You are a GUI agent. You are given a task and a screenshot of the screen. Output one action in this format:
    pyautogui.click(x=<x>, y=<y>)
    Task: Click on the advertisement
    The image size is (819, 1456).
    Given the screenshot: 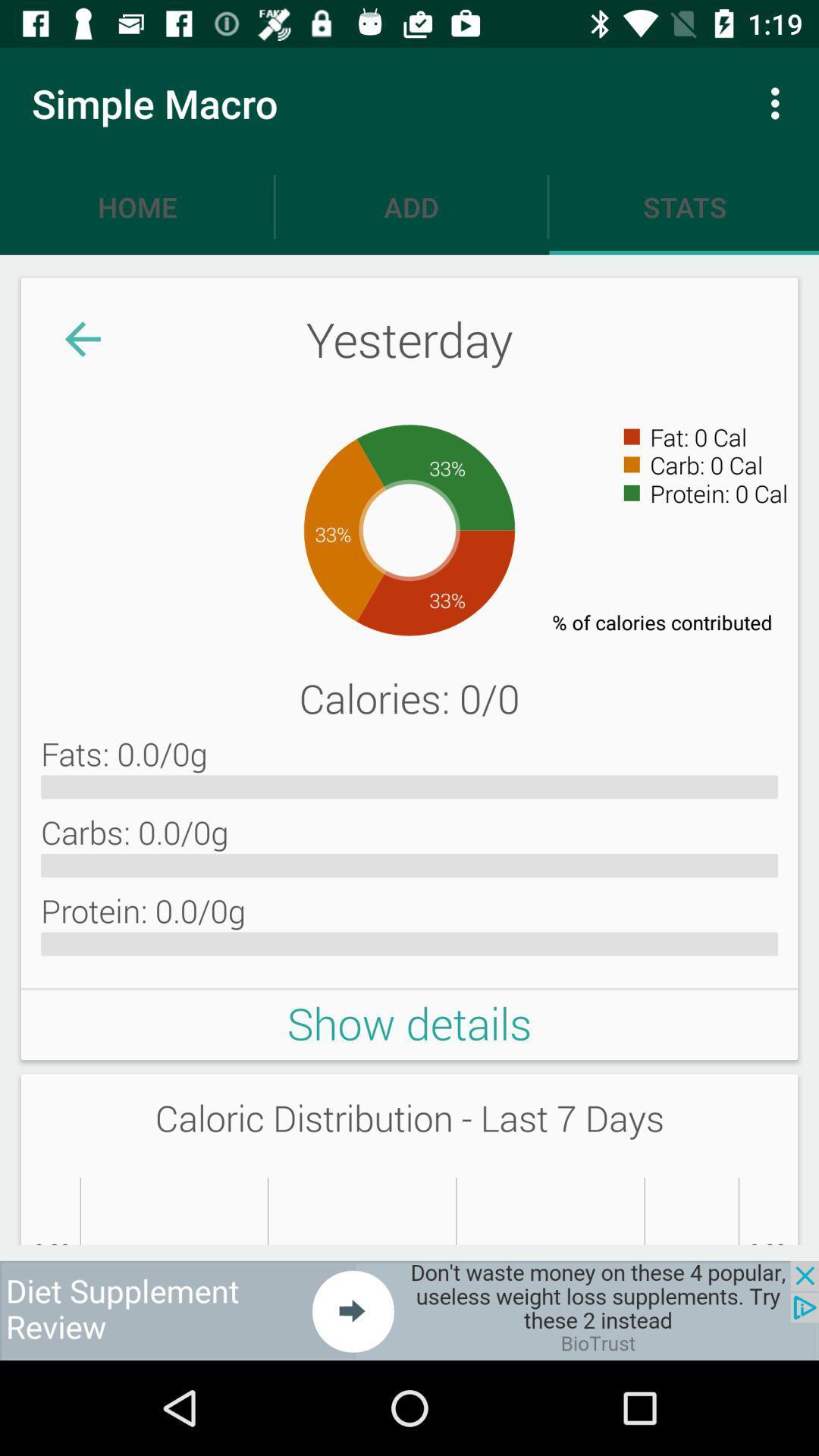 What is the action you would take?
    pyautogui.click(x=409, y=1310)
    